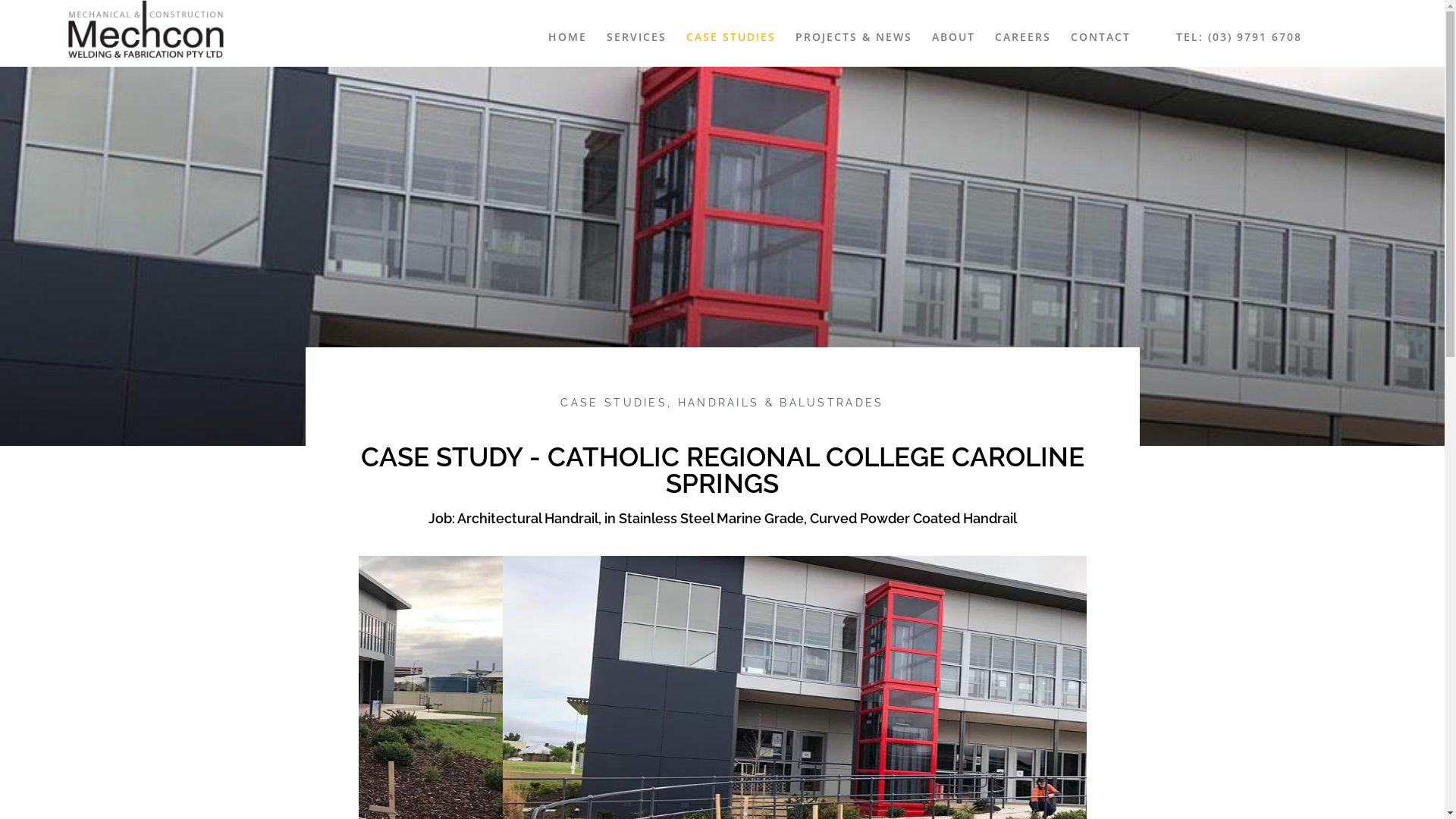  I want to click on 'CASE STUDIES', so click(731, 36).